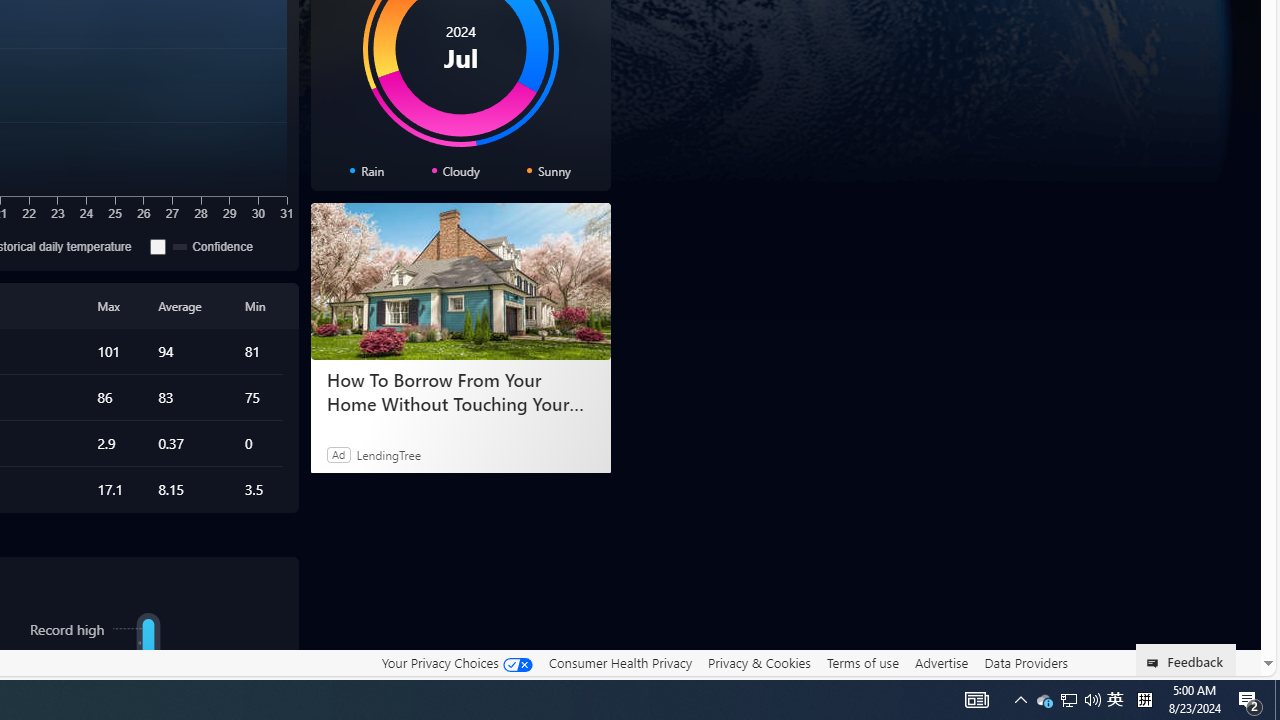 This screenshot has height=720, width=1280. I want to click on 'Consumer Health Privacy', so click(619, 663).